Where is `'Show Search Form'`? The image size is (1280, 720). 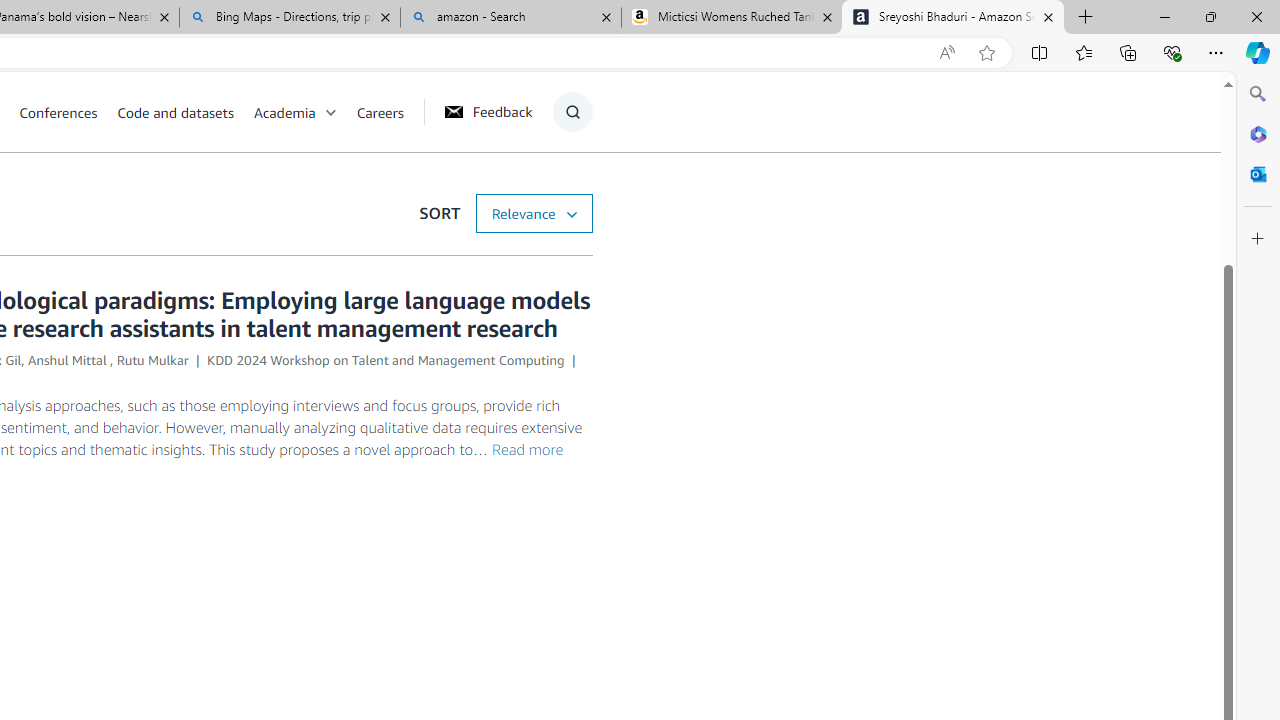 'Show Search Form' is located at coordinates (571, 111).